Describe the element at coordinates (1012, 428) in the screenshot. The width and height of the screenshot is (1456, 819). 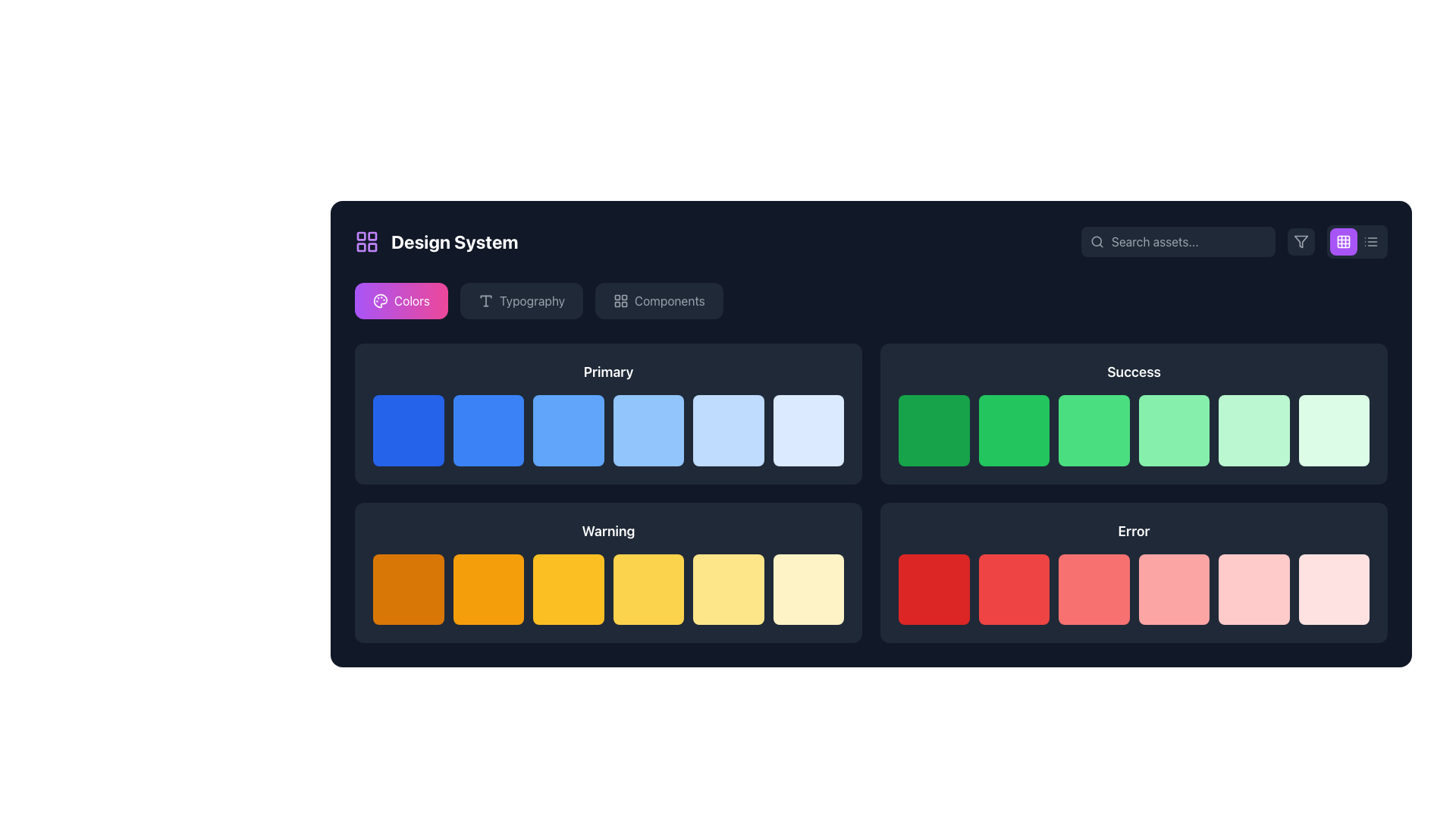
I see `the second selectable color tile` at that location.